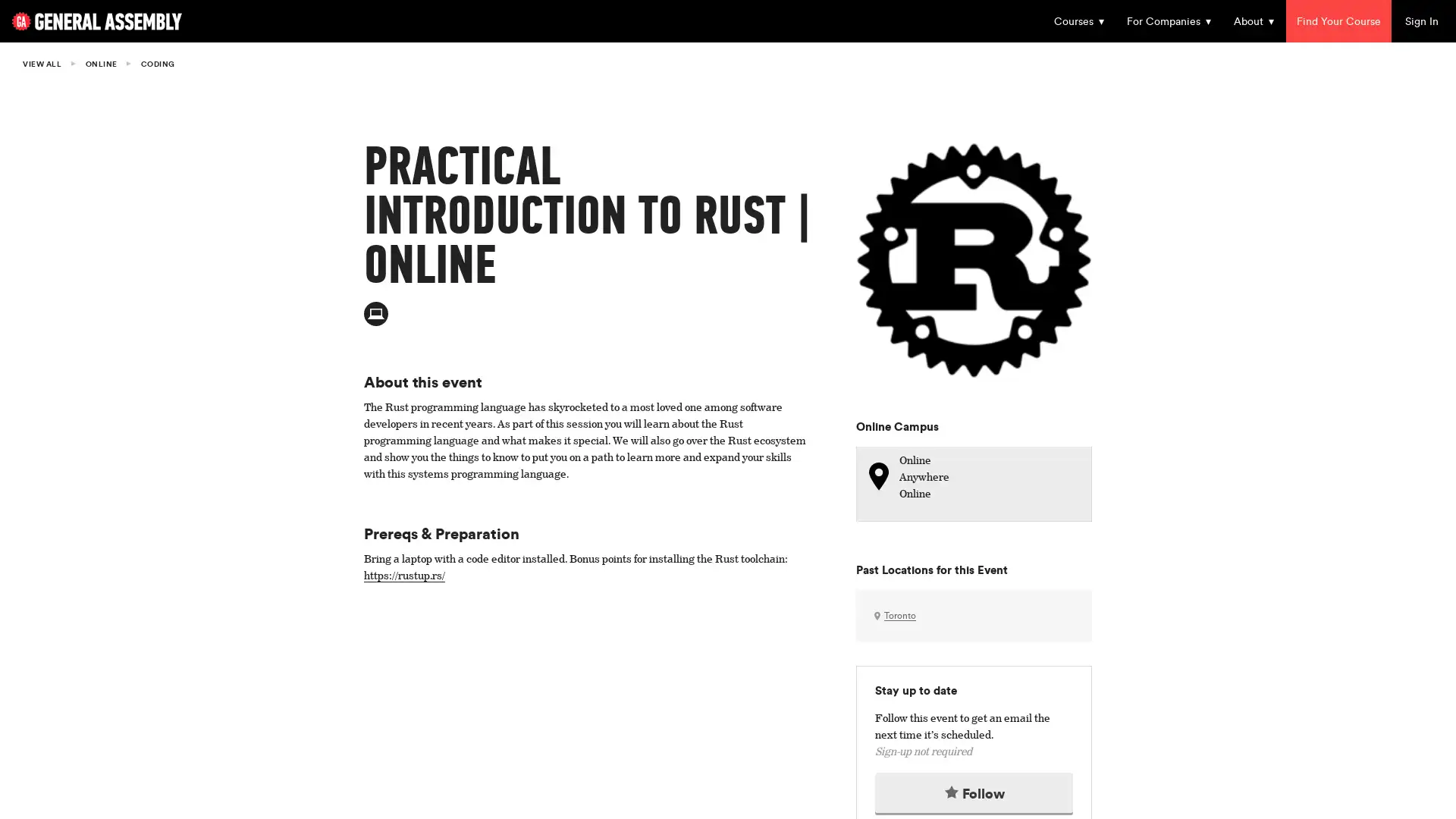 The image size is (1456, 819). What do you see at coordinates (614, 460) in the screenshot?
I see `Subscribe + Save` at bounding box center [614, 460].